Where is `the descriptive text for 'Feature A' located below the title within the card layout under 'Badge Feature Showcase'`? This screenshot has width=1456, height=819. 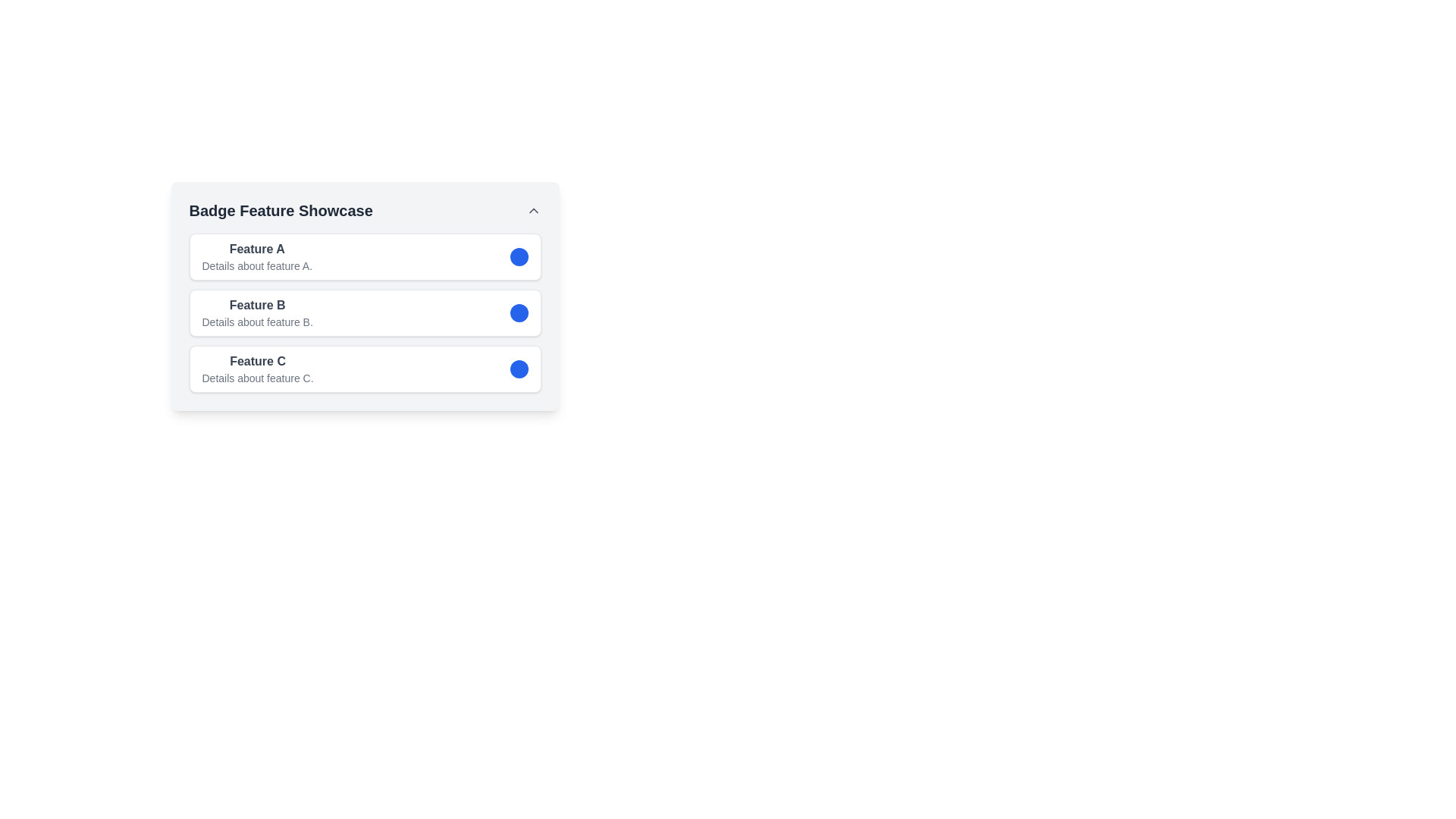
the descriptive text for 'Feature A' located below the title within the card layout under 'Badge Feature Showcase' is located at coordinates (257, 265).